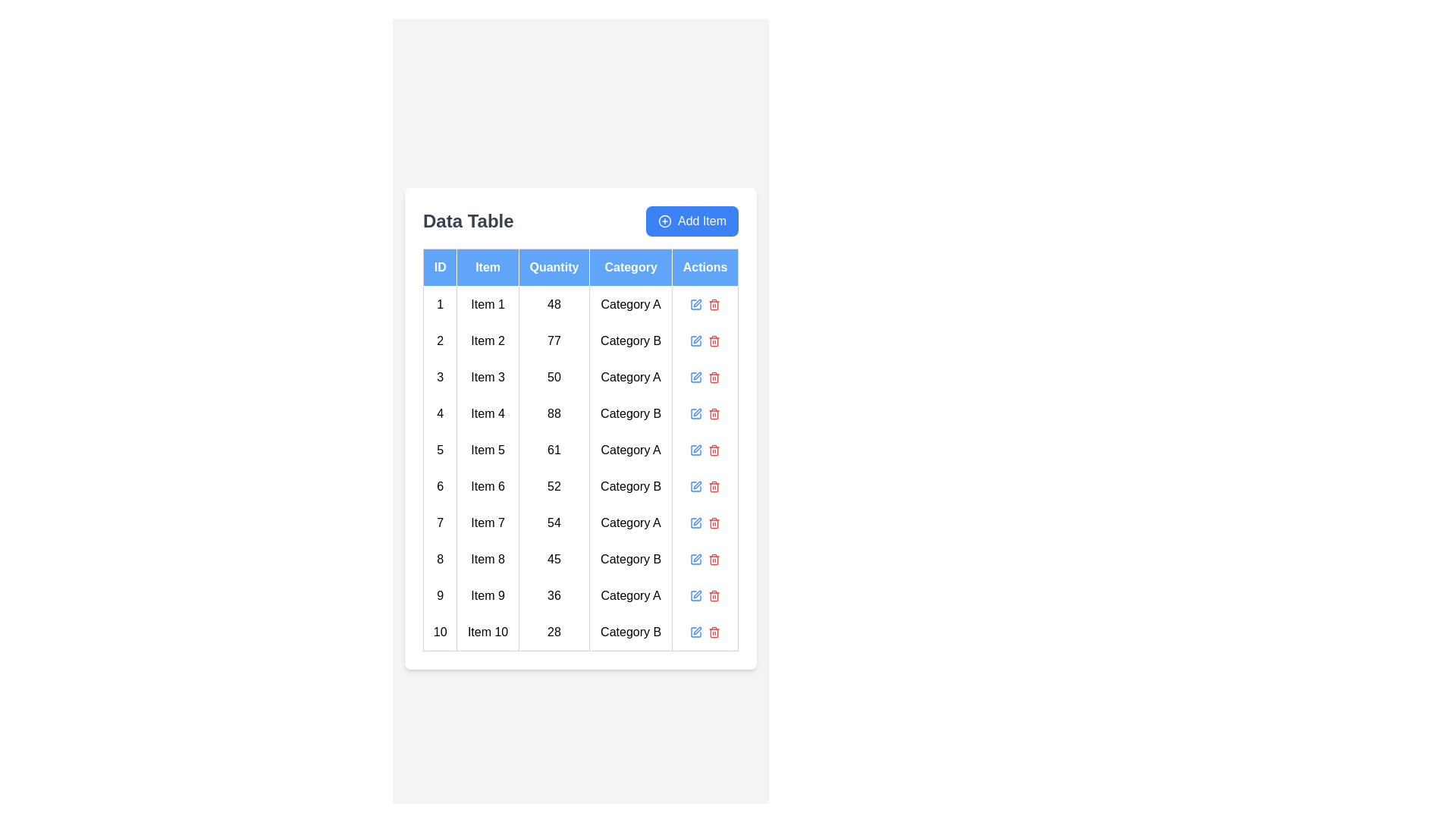 This screenshot has width=1456, height=819. What do you see at coordinates (714, 522) in the screenshot?
I see `the delete button in the 'Actions' column of the table for 'Item 7'` at bounding box center [714, 522].